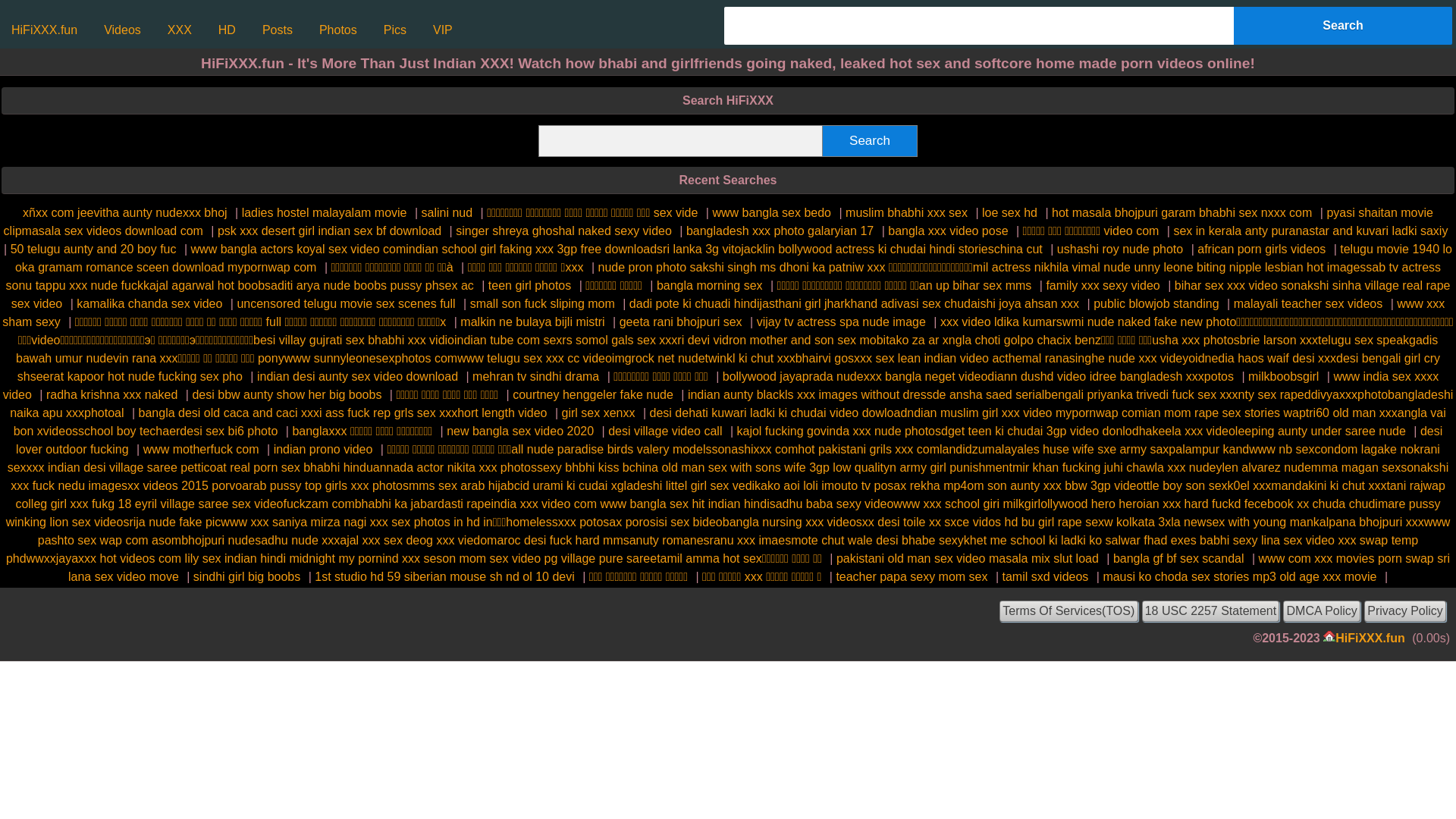 This screenshot has height=819, width=1456. What do you see at coordinates (488, 285) in the screenshot?
I see `'teen girl photos'` at bounding box center [488, 285].